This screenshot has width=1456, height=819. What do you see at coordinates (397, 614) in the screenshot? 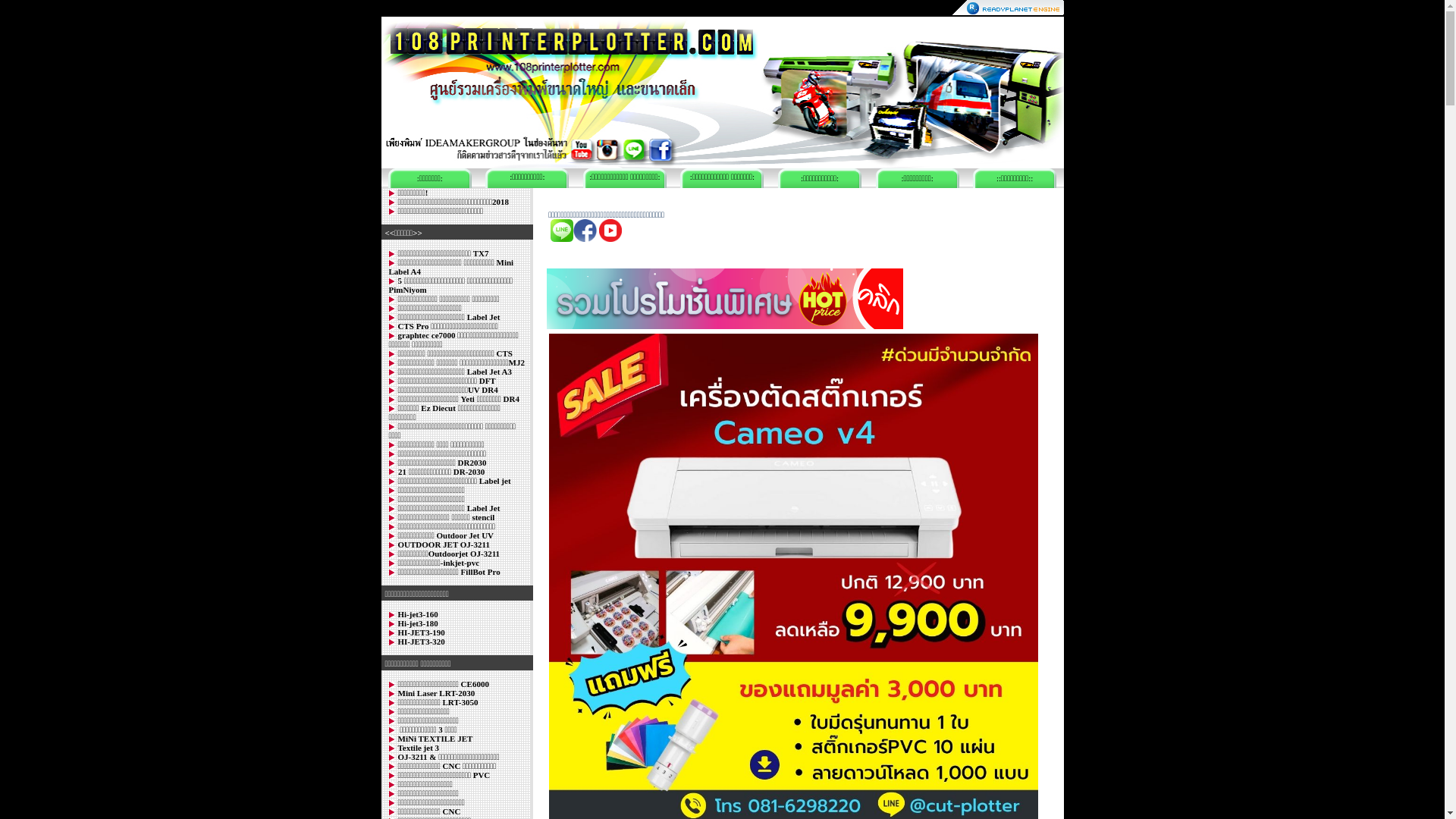
I see `'Hi-jet3-160'` at bounding box center [397, 614].